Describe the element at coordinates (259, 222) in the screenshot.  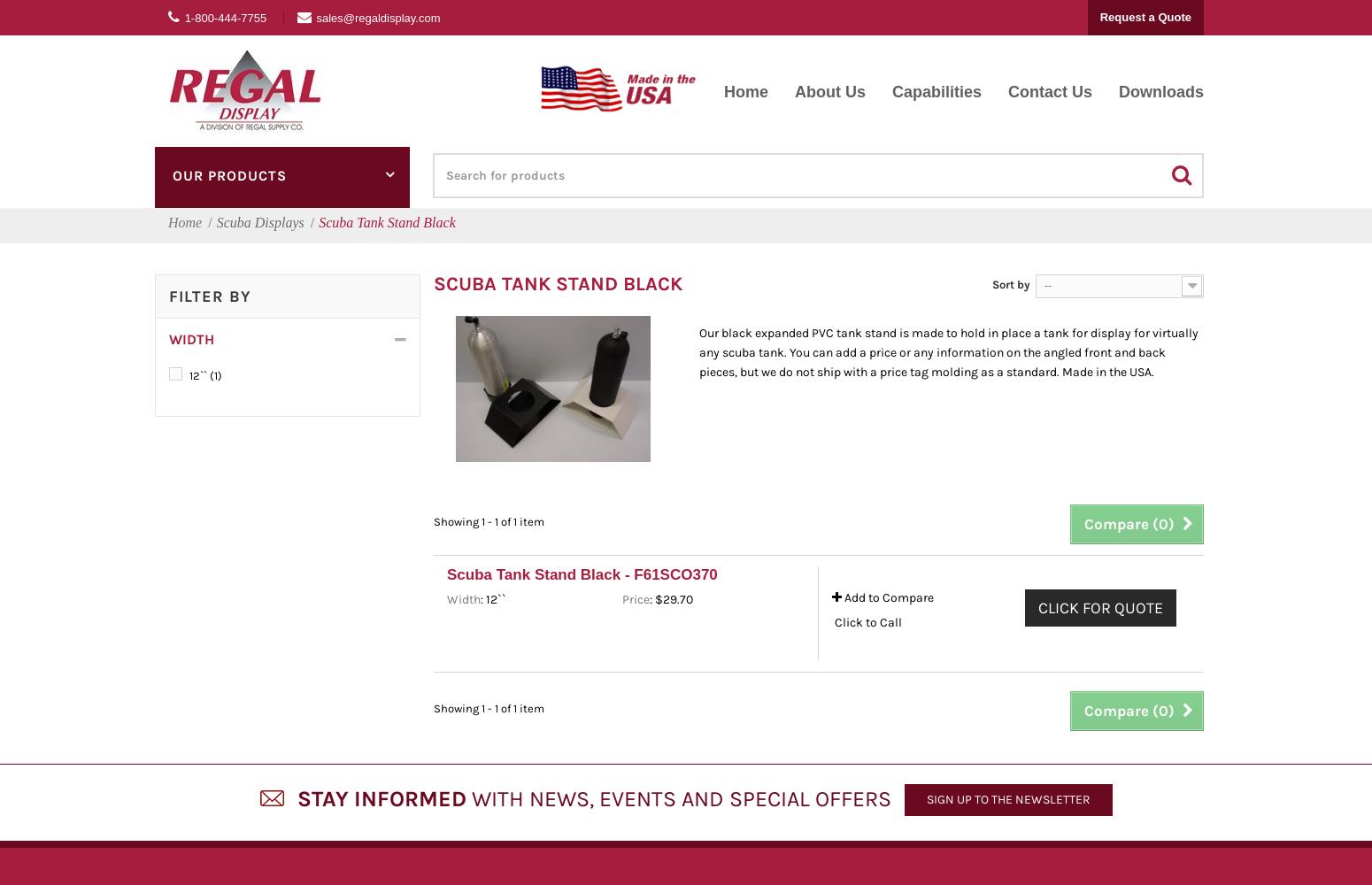
I see `'Scuba Displays'` at that location.